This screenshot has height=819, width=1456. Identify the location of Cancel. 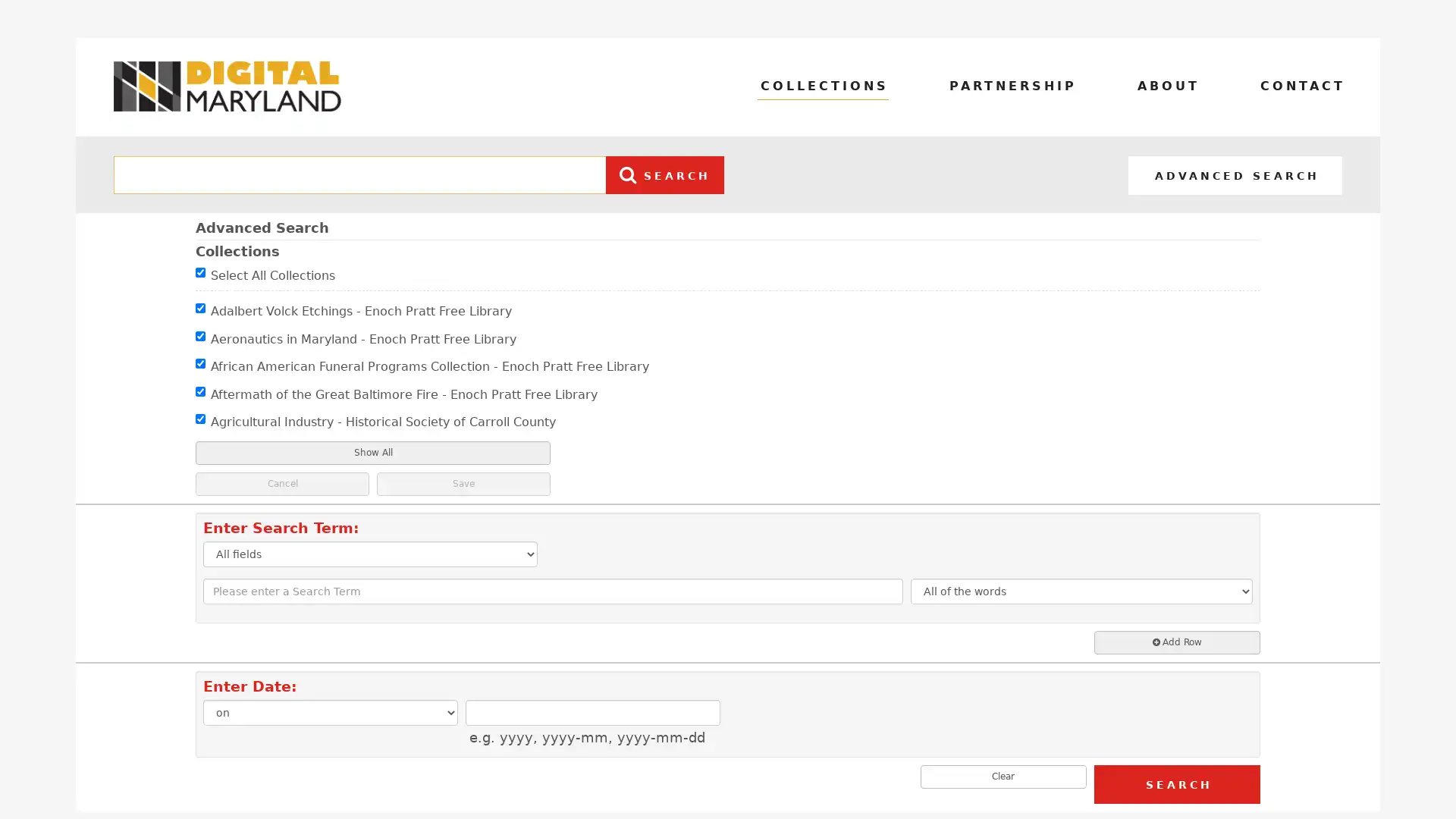
(282, 483).